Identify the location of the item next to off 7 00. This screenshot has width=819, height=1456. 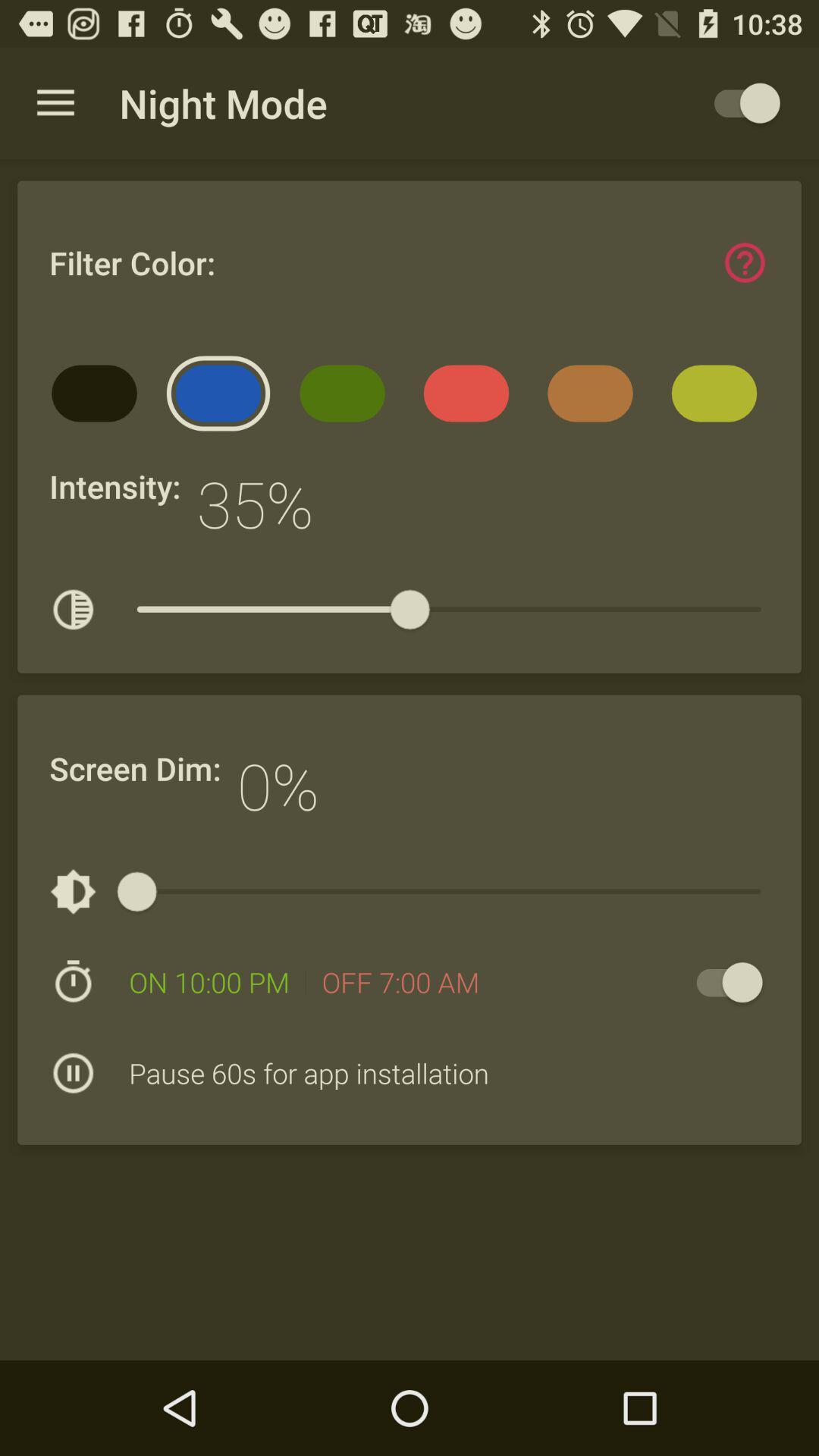
(721, 982).